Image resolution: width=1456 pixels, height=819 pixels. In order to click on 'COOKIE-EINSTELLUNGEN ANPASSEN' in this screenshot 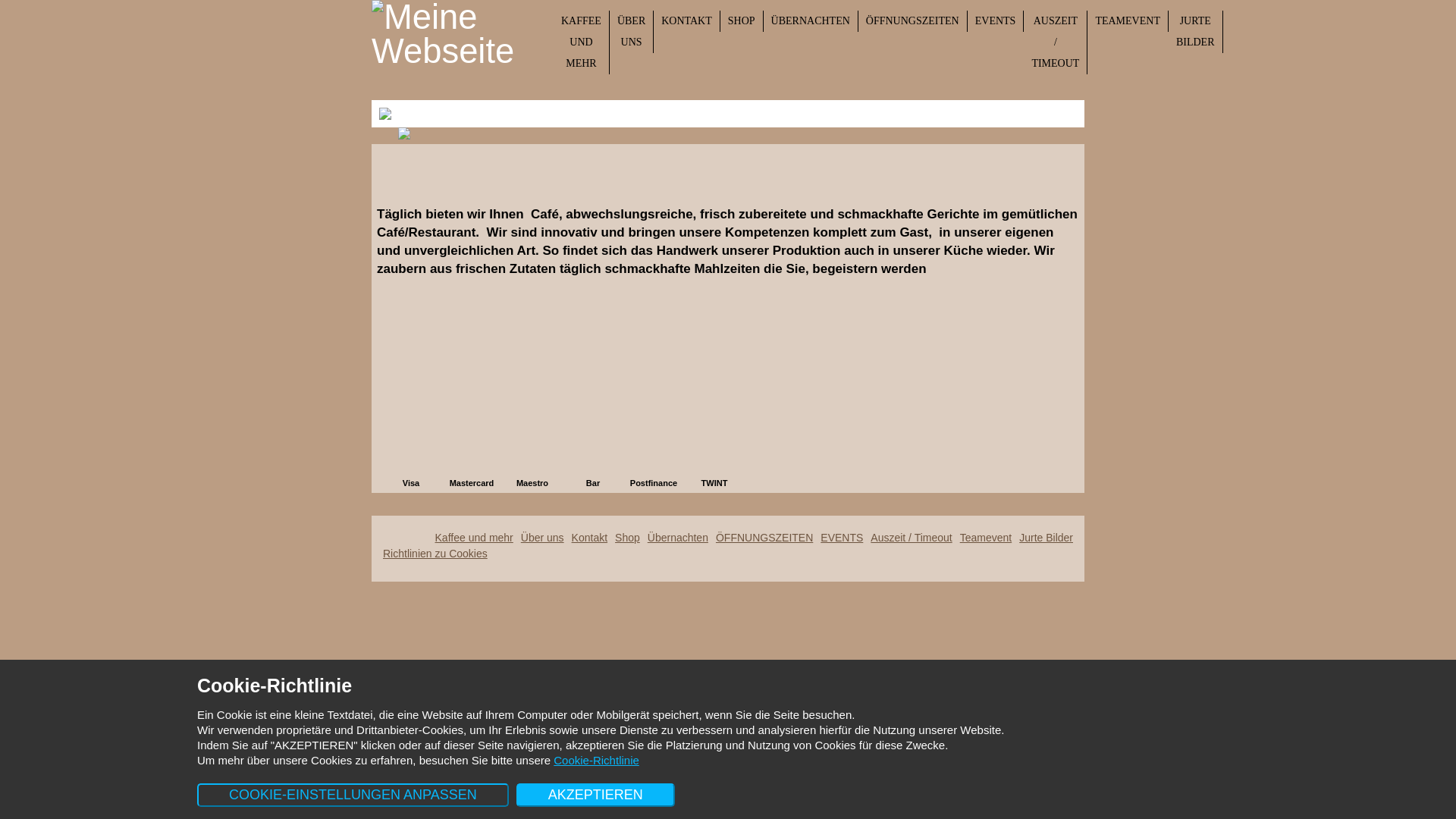, I will do `click(352, 794)`.